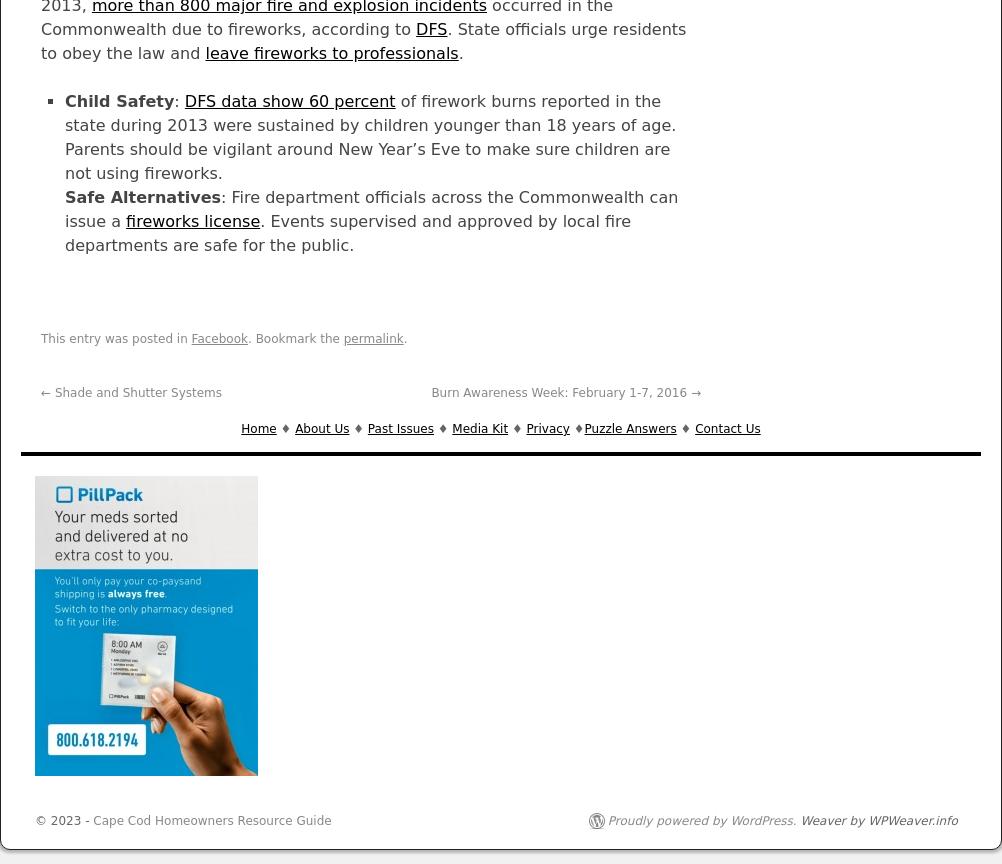 The image size is (1002, 864). What do you see at coordinates (288, 101) in the screenshot?
I see `'DFS data show 60 percent'` at bounding box center [288, 101].